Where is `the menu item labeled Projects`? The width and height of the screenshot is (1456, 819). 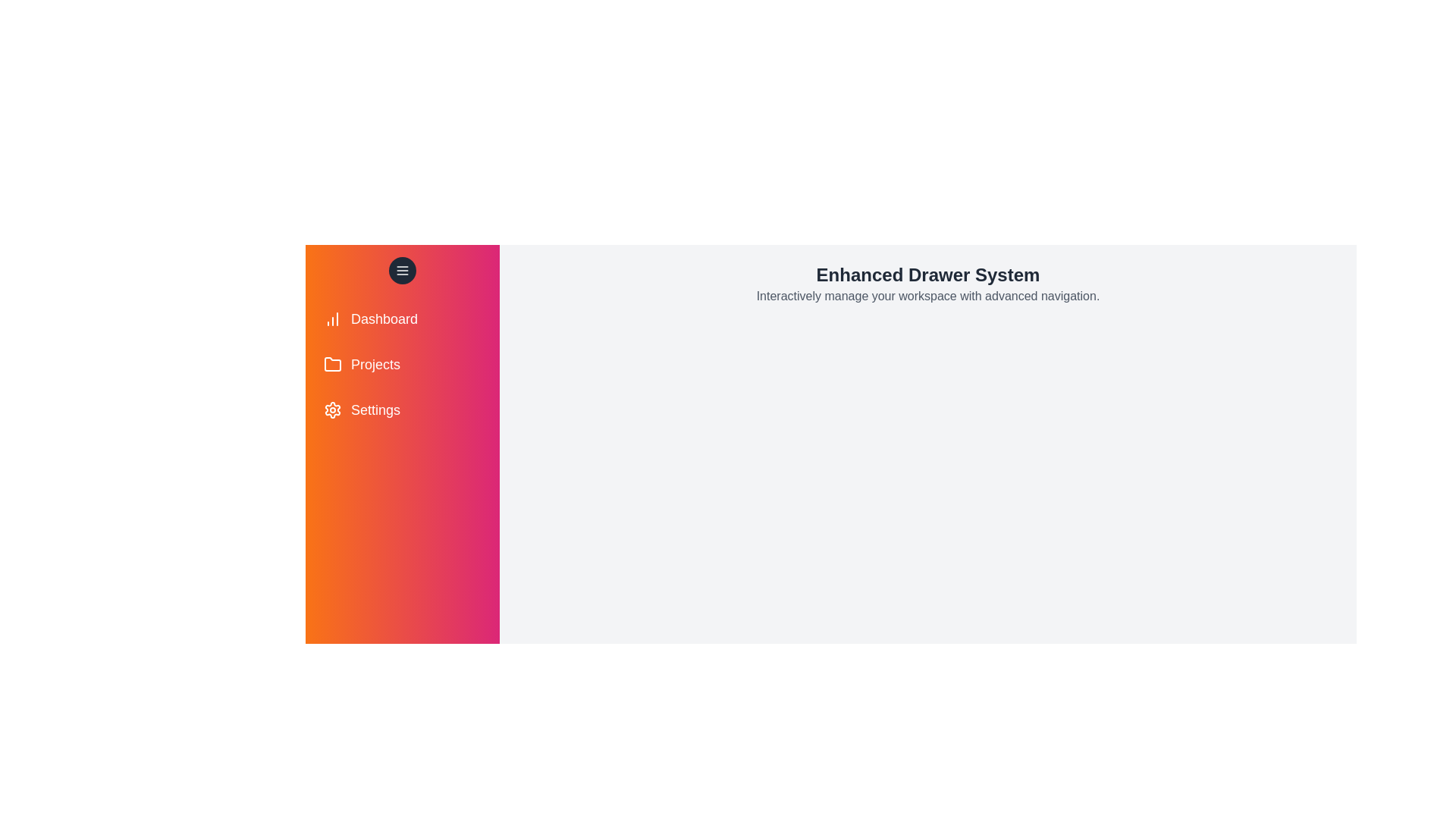
the menu item labeled Projects is located at coordinates (403, 365).